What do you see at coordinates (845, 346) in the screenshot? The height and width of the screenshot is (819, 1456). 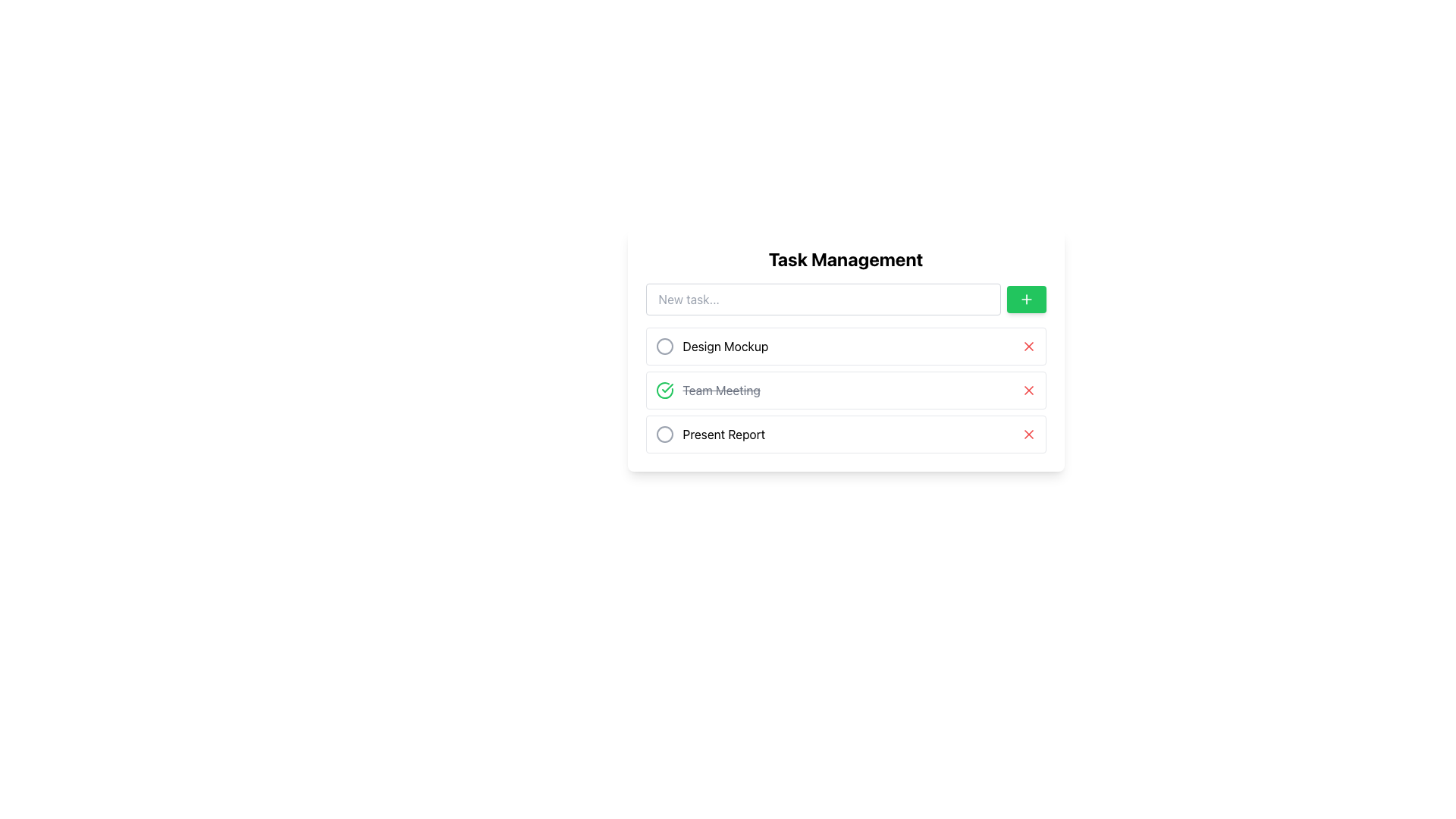 I see `the circular checkbox of the task block titled 'Design Mockup' to mark it as completed` at bounding box center [845, 346].